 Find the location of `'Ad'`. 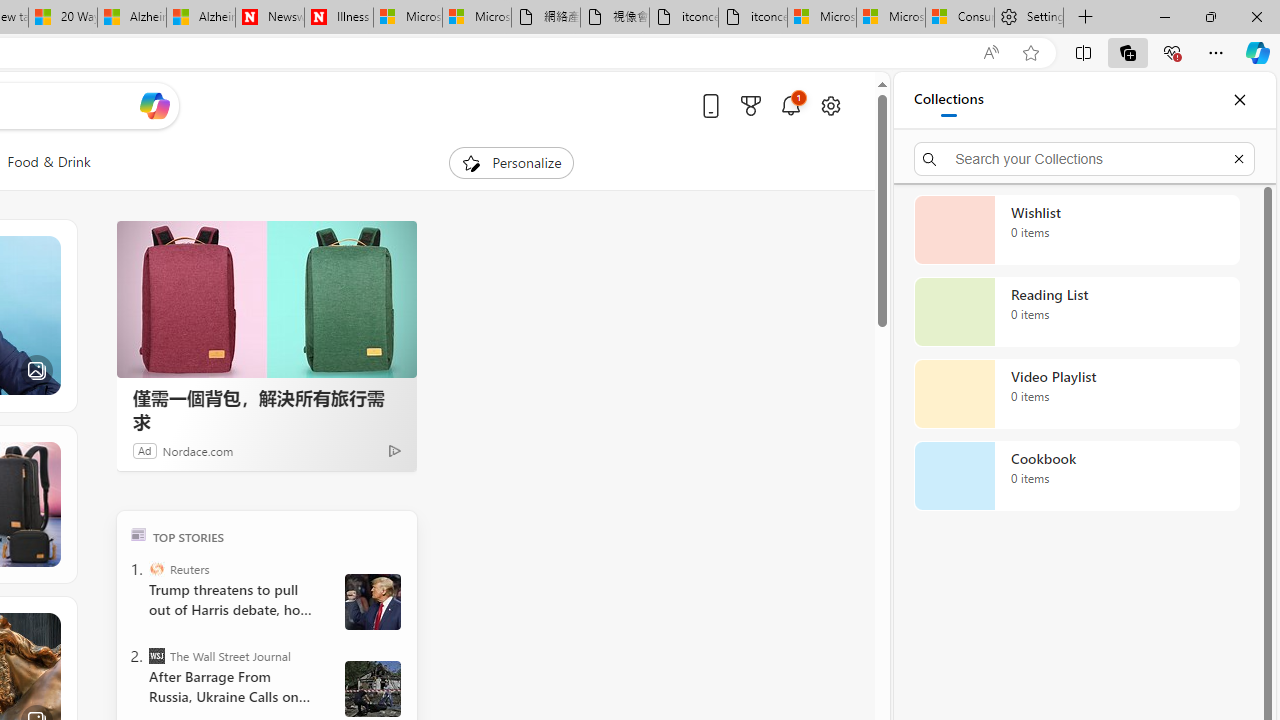

'Ad' is located at coordinates (144, 450).